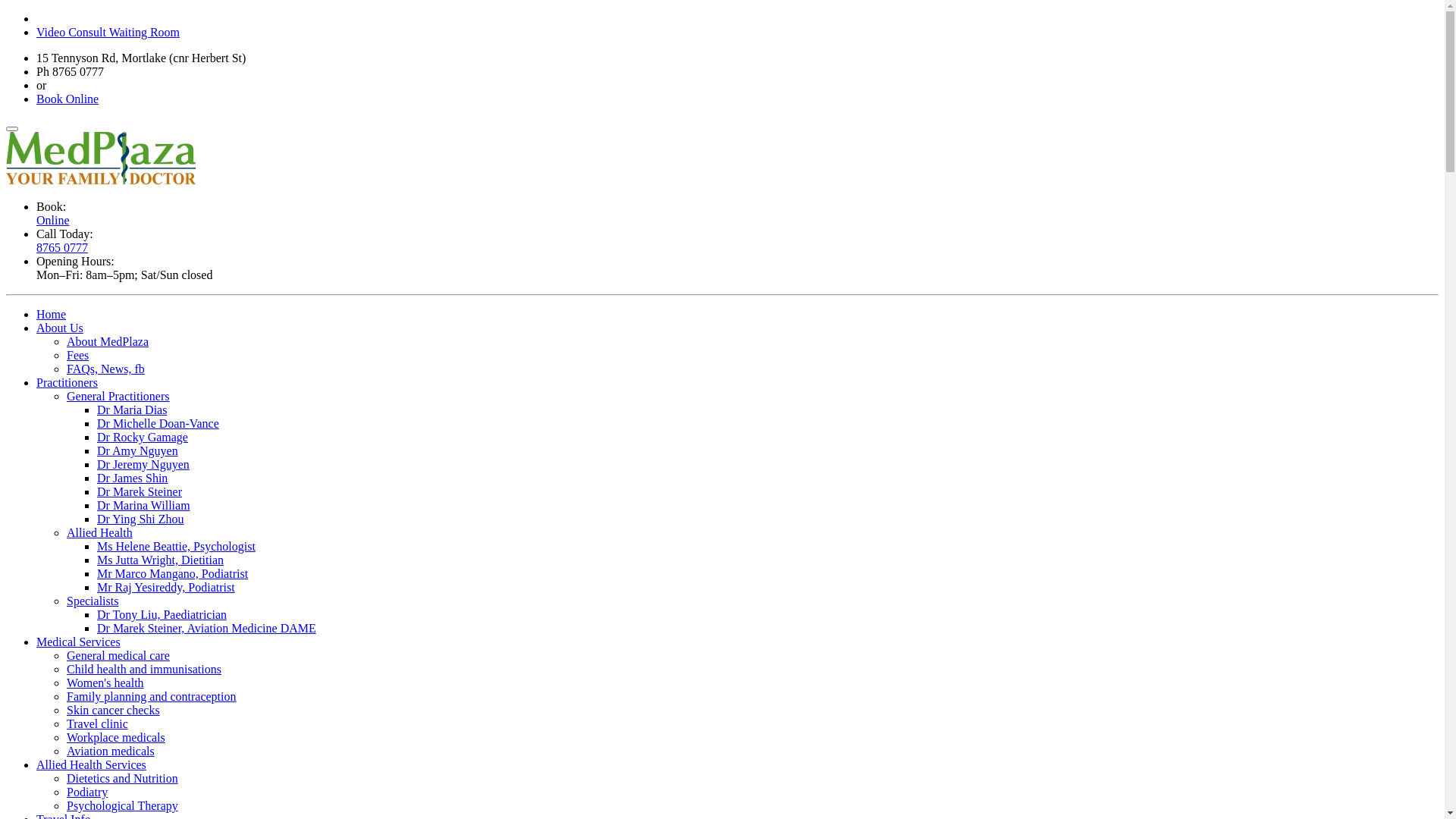 This screenshot has height=819, width=1456. I want to click on 'Dr Marina William', so click(143, 505).